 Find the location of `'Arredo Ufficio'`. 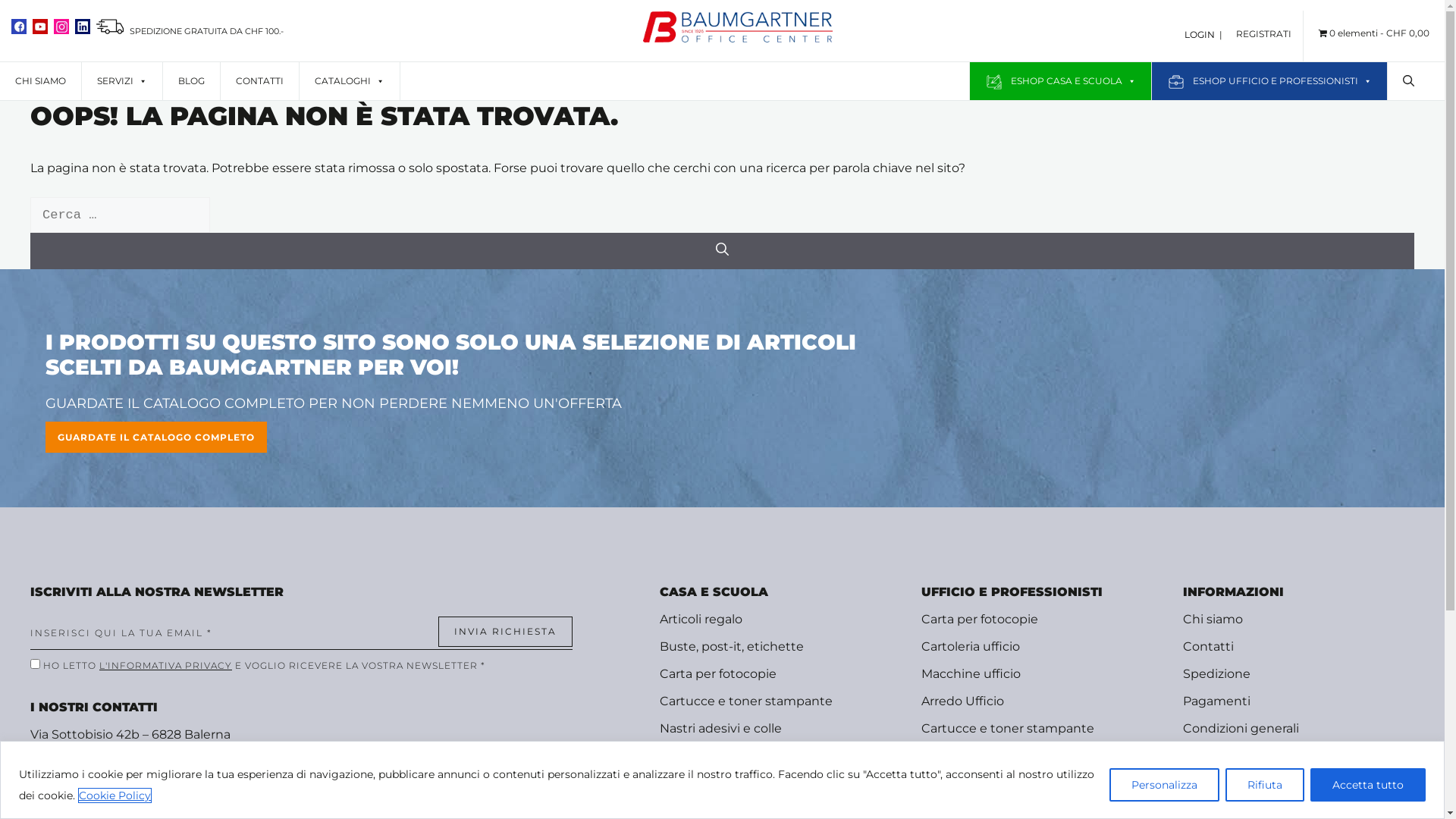

'Arredo Ufficio' is located at coordinates (962, 701).